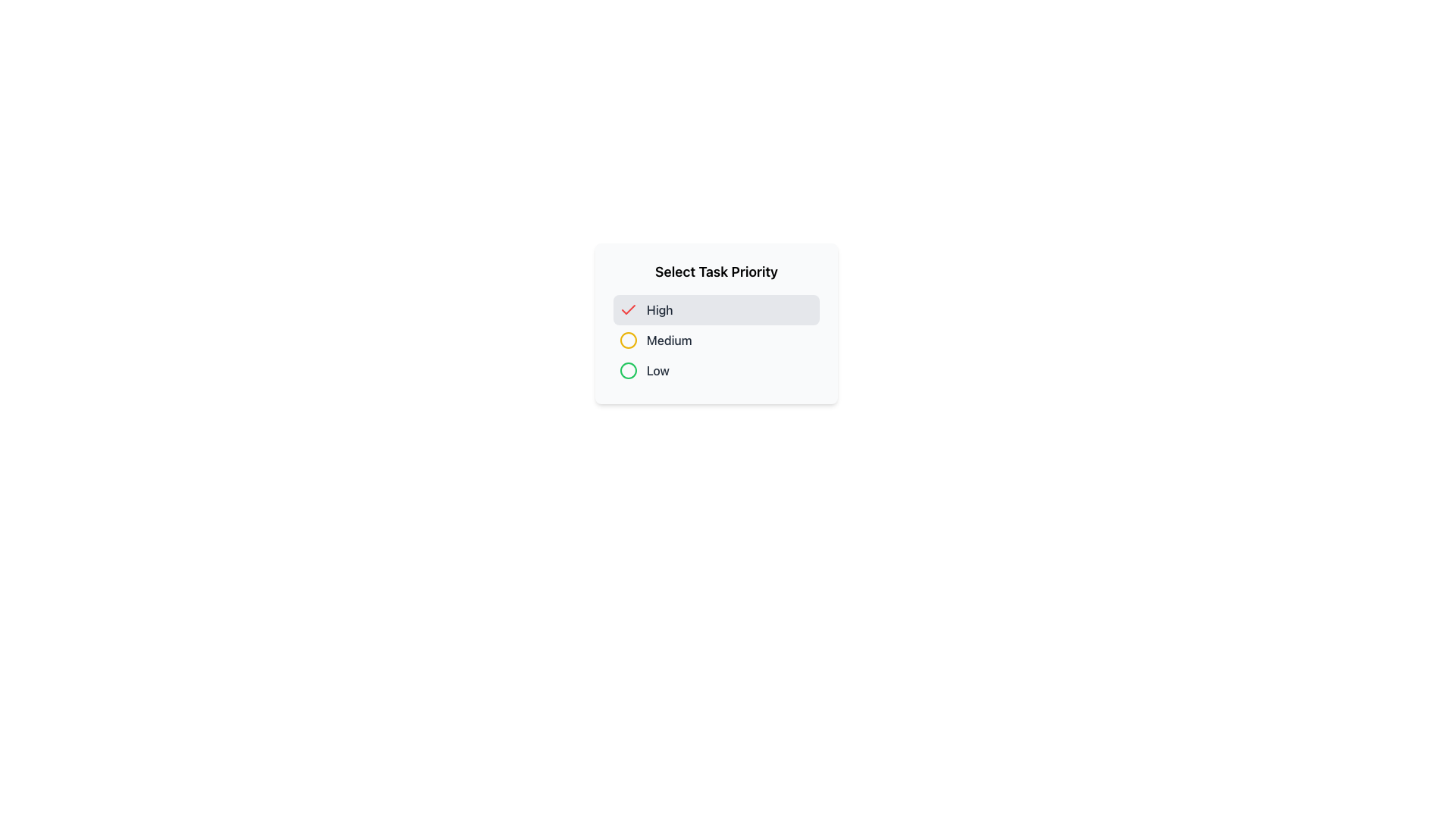 The height and width of the screenshot is (819, 1456). I want to click on the green-styled circle icon that indicates the 'Low' priority option, so click(629, 371).